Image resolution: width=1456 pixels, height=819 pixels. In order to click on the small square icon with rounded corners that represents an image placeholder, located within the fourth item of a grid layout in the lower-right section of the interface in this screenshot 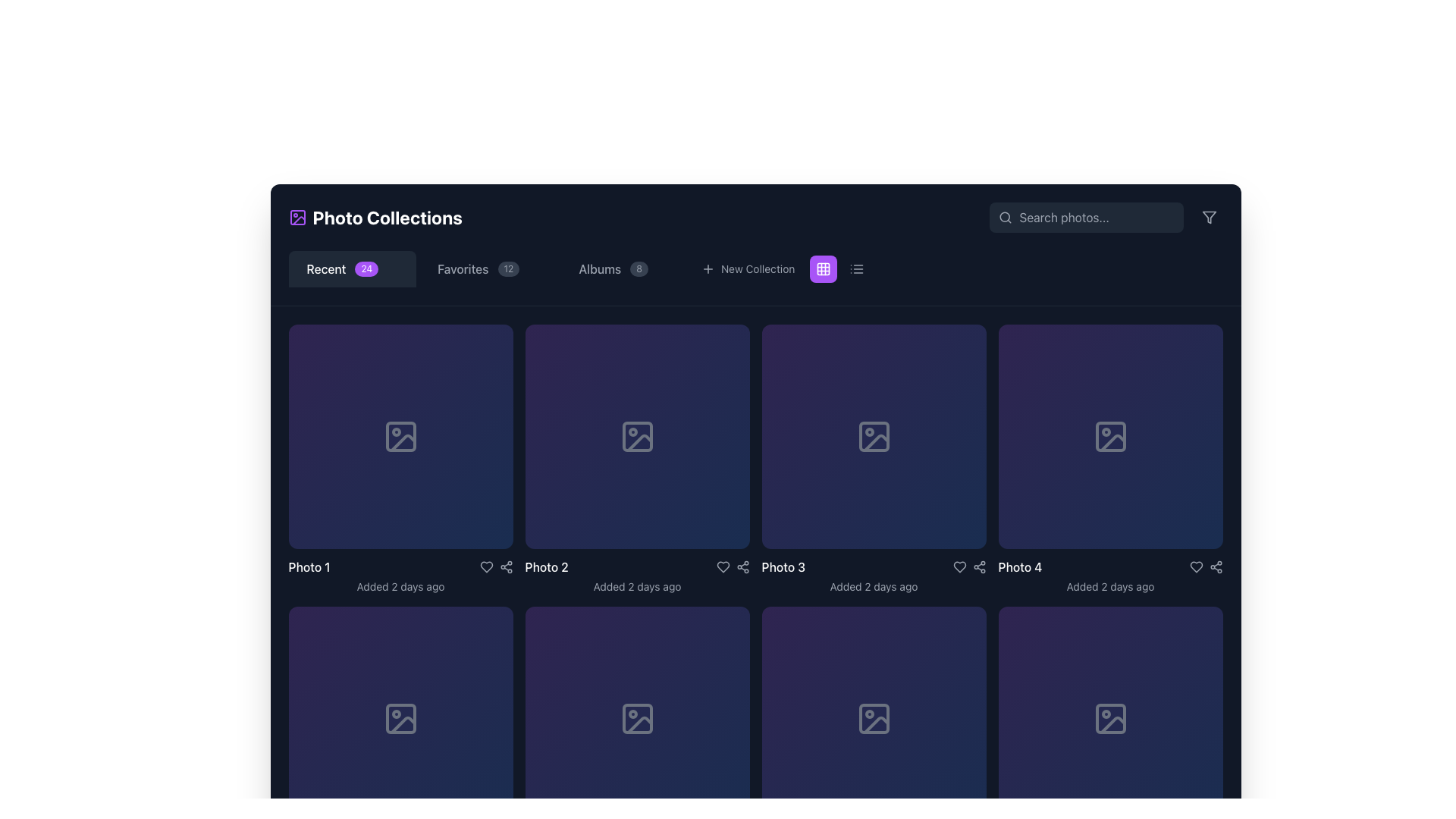, I will do `click(1110, 718)`.